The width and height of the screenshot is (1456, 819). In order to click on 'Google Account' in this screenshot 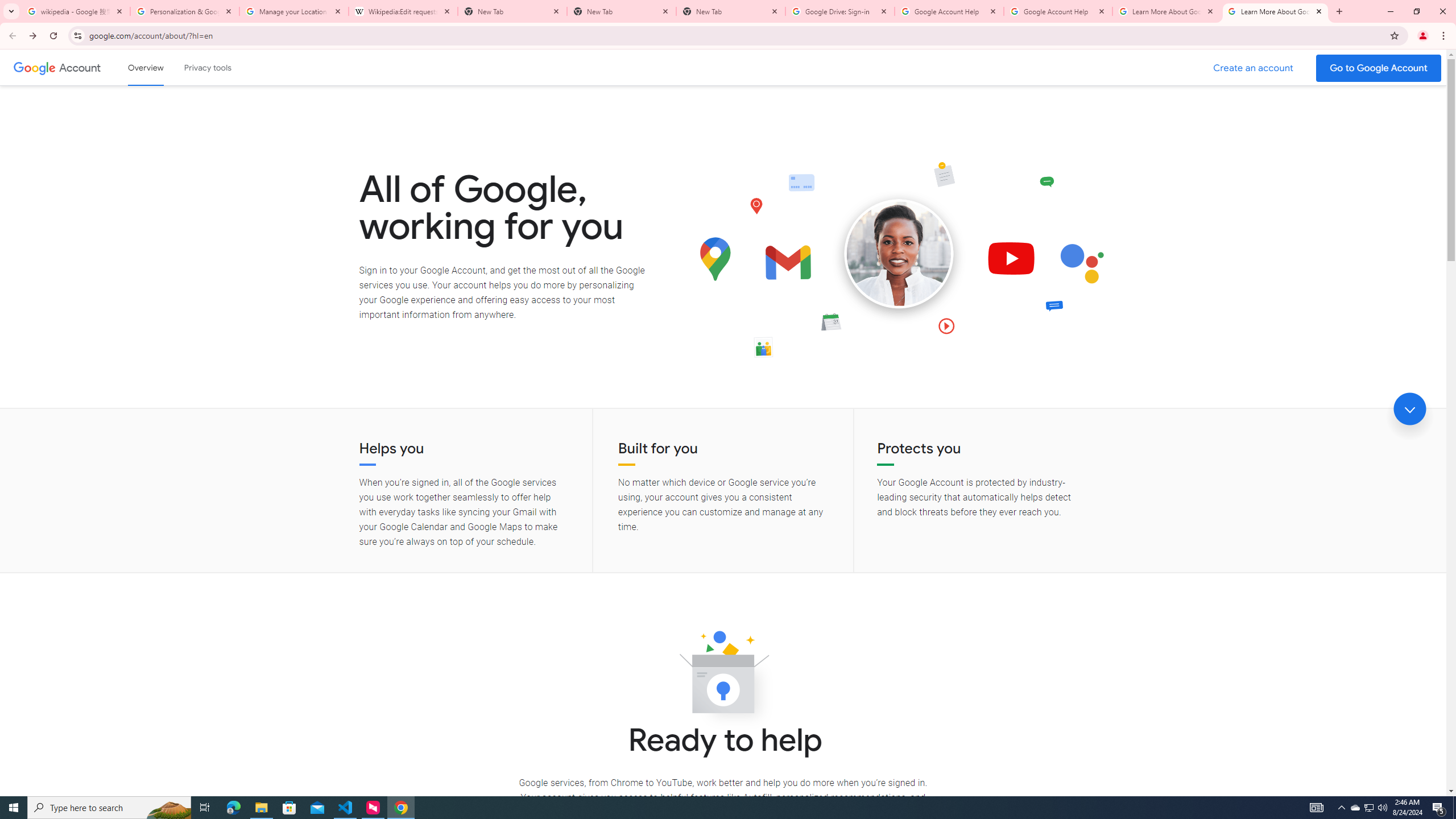, I will do `click(81, 67)`.